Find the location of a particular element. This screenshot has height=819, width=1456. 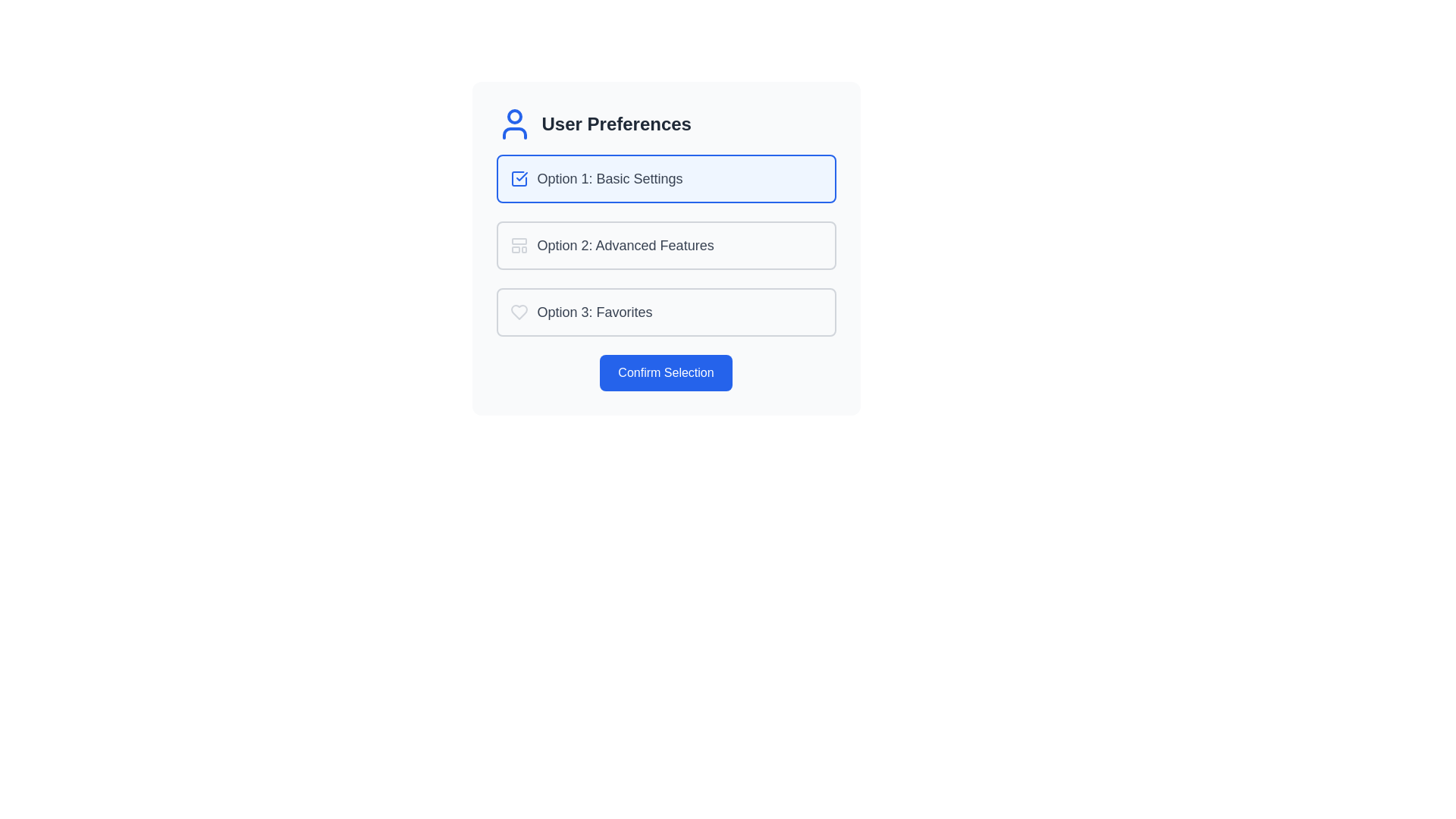

the non-interactive SVG graphical icon representing 'Option 2: Advanced Features', located to the left of the text in the User Preferences list is located at coordinates (519, 245).